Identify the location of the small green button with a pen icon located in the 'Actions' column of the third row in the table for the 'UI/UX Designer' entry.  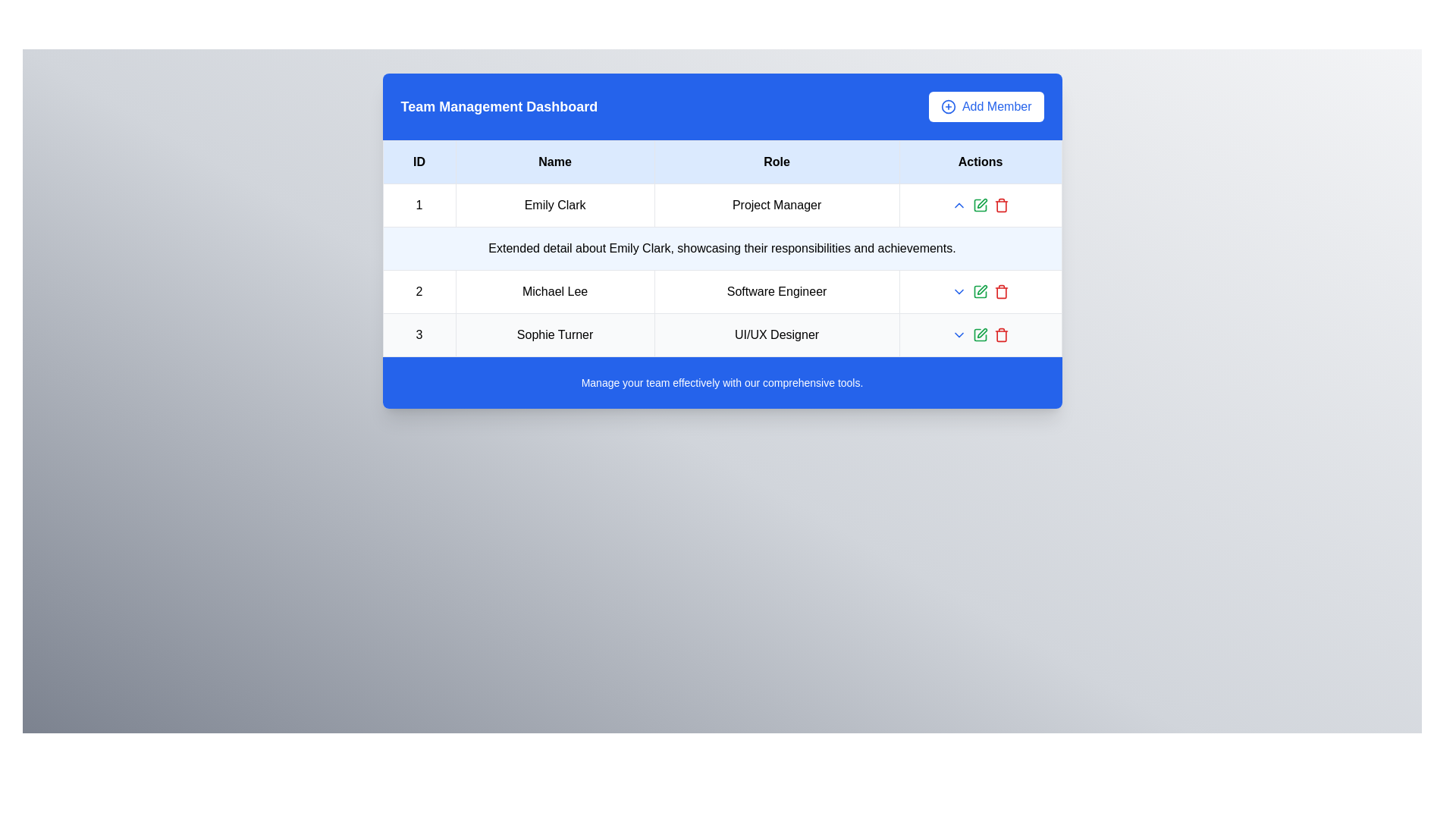
(981, 334).